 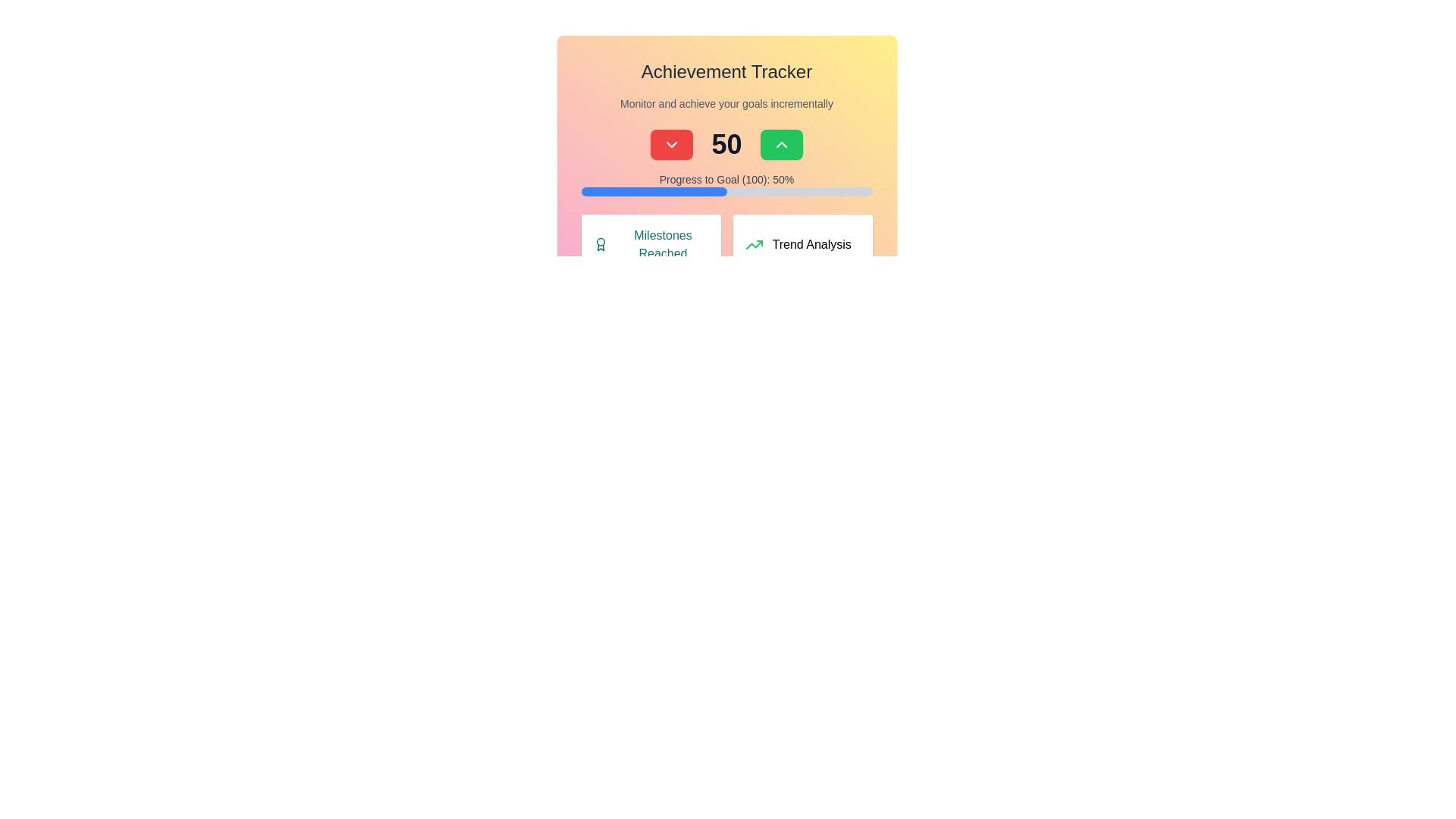 I want to click on the SVG Icon located within the button, which serves as a visual indicator for downward navigation, positioned to the left of the numeric counter '50' and below the 'Achievement Tracker' title, so click(x=671, y=145).